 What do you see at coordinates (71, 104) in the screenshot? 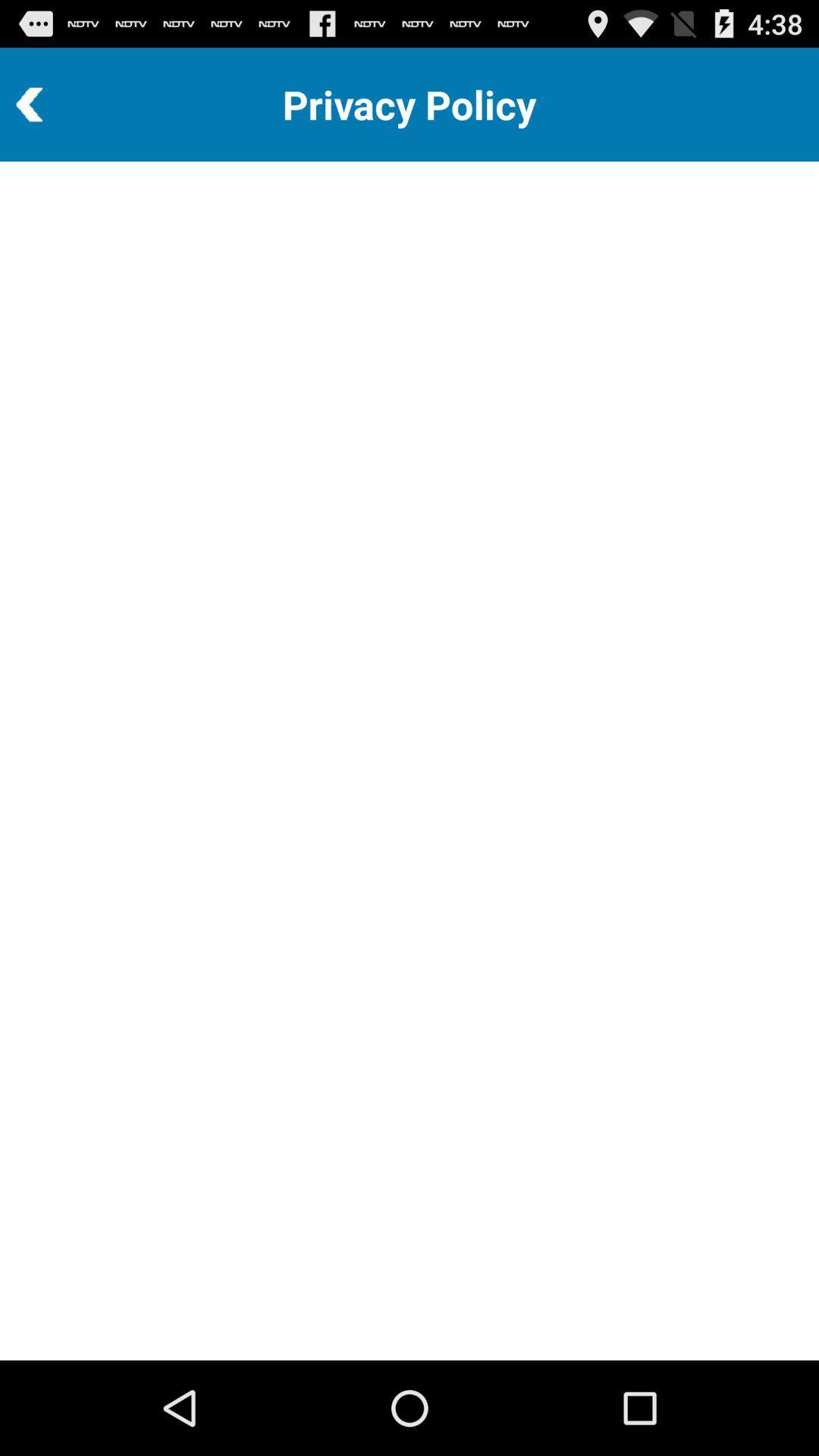
I see `return to previous page` at bounding box center [71, 104].